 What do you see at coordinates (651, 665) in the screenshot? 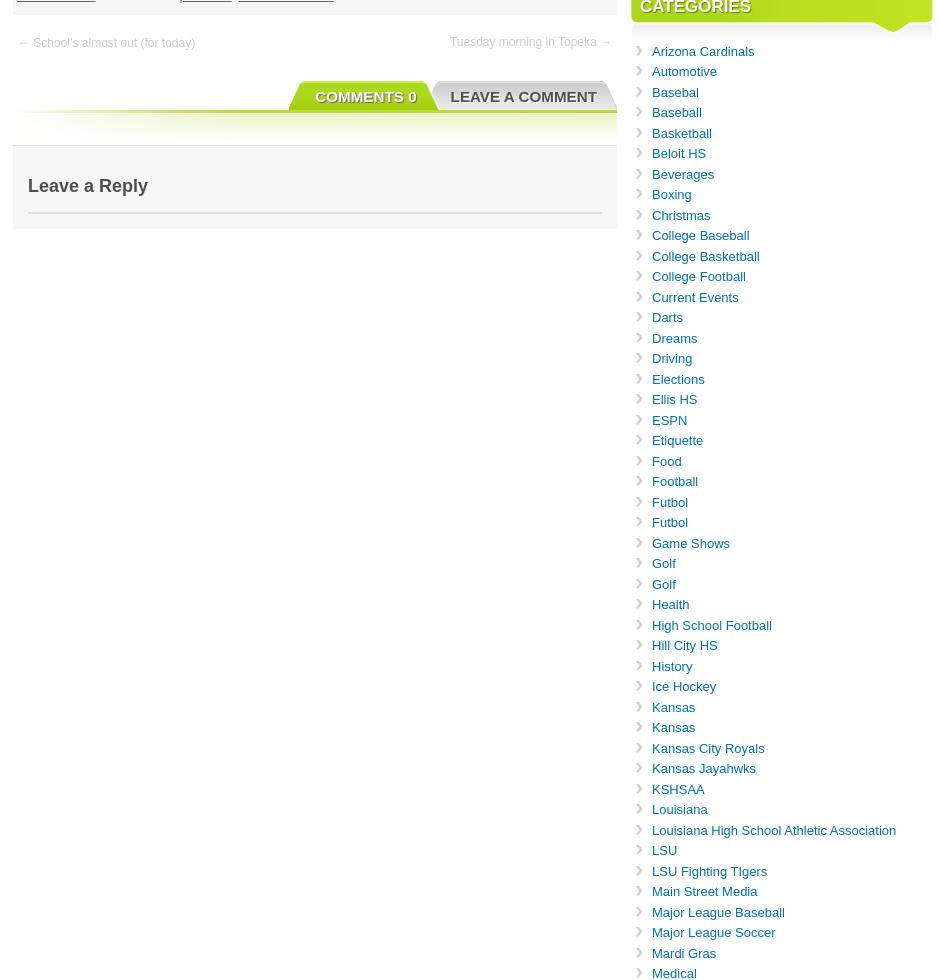
I see `'History'` at bounding box center [651, 665].